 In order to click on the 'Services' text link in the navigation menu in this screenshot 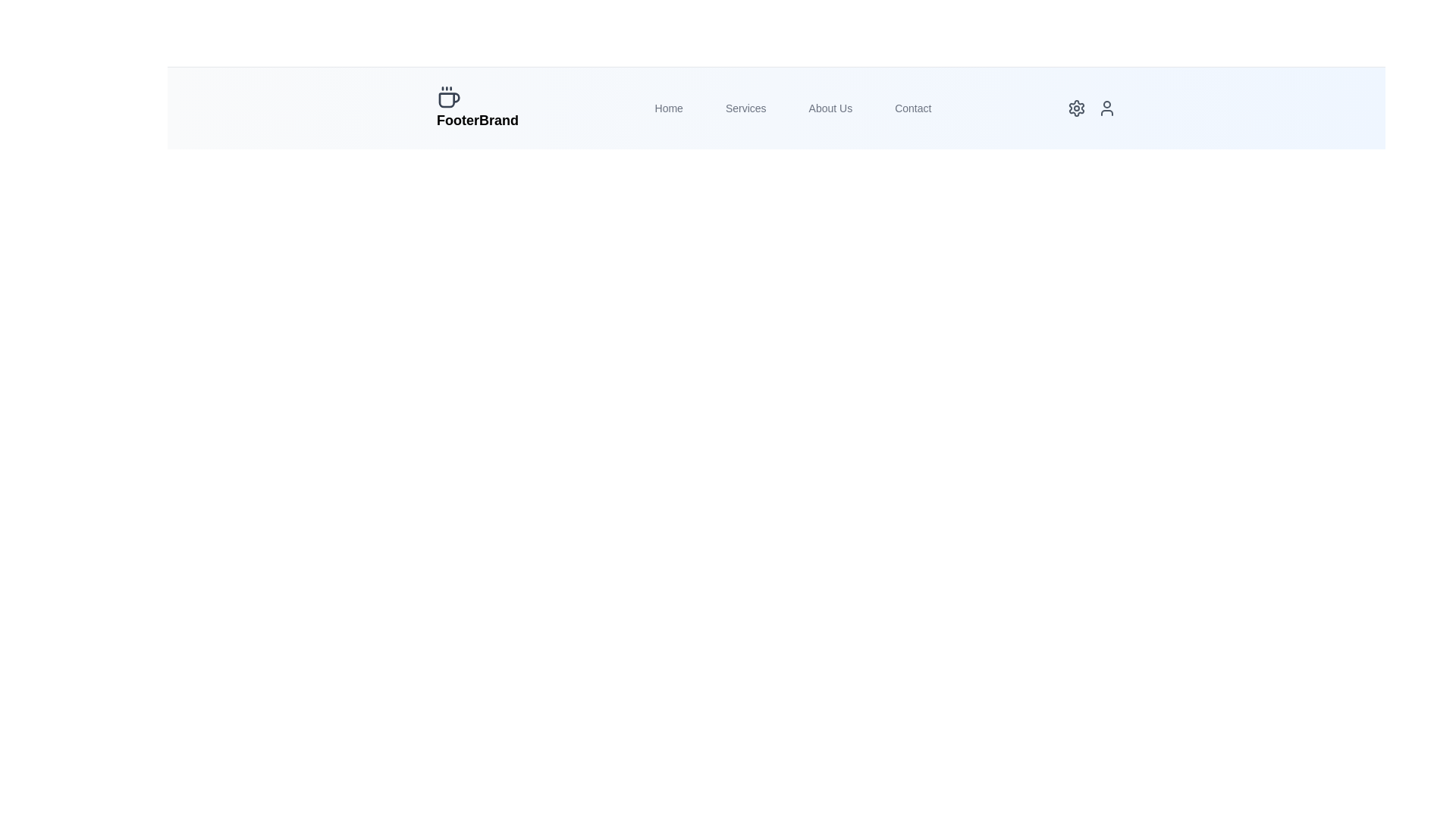, I will do `click(745, 107)`.